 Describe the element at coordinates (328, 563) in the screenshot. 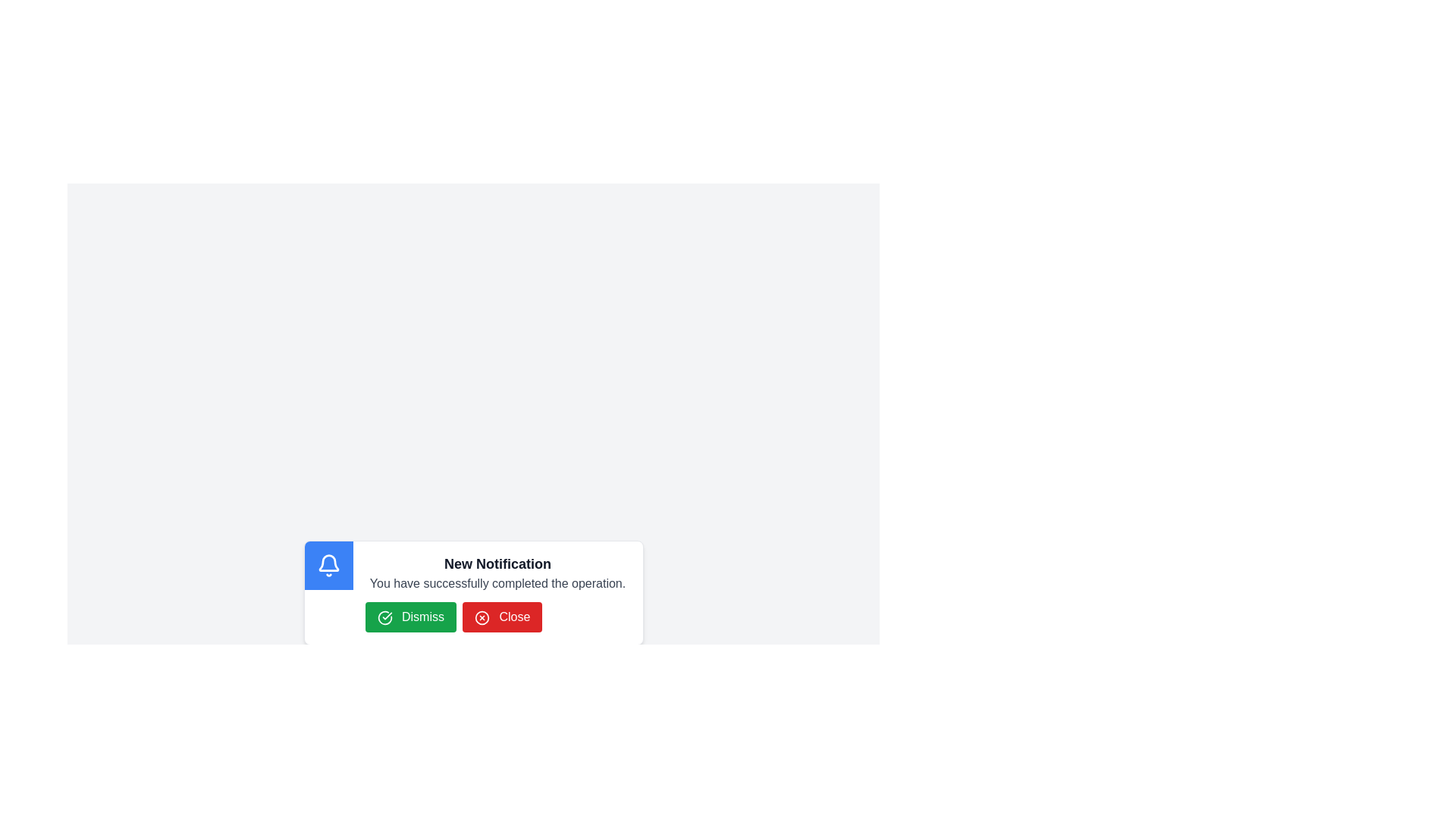

I see `the bell-shaped icon representing notifications, located to the left of the text 'New Notification'` at that location.